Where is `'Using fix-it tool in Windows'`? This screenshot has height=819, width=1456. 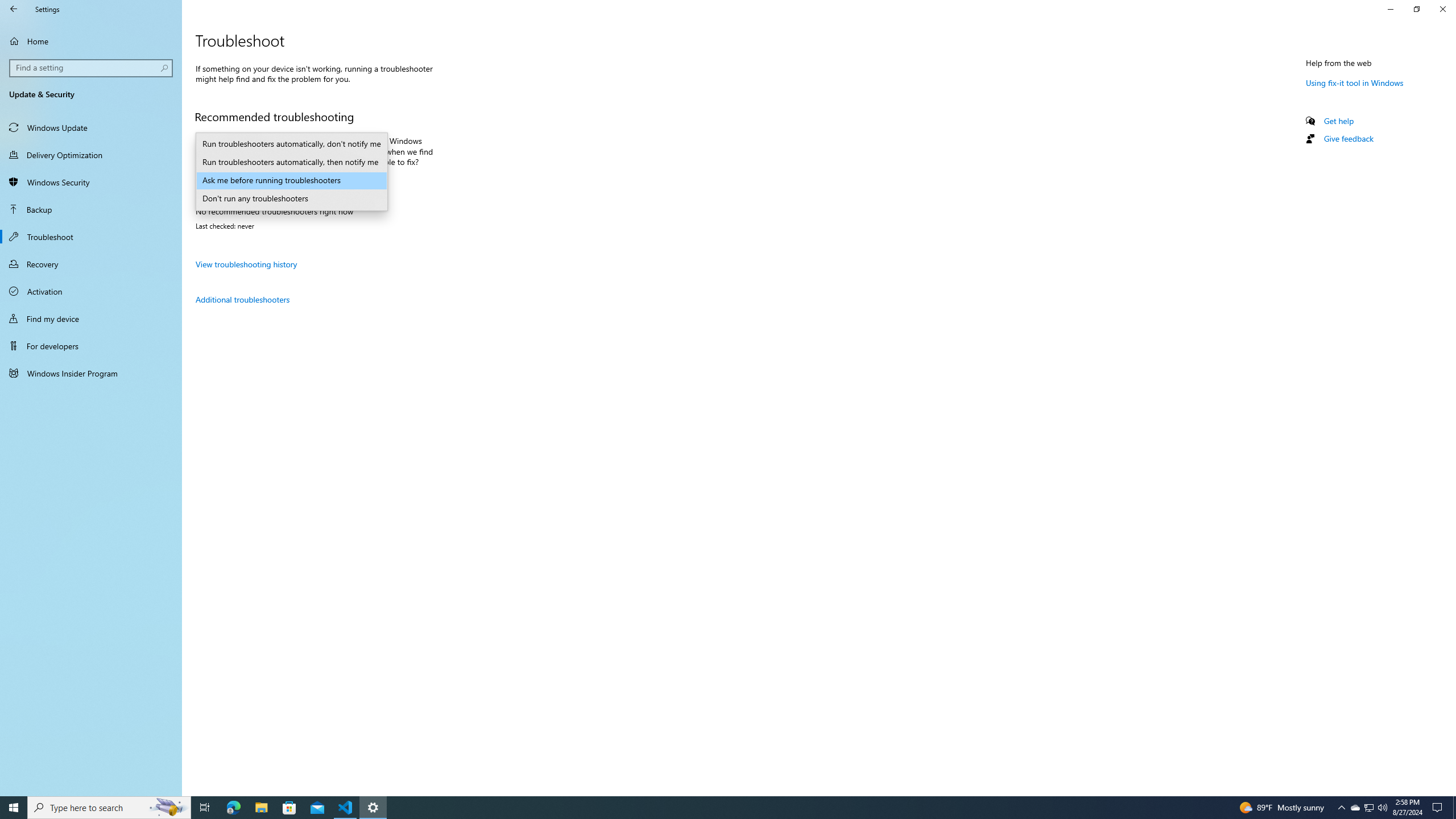 'Using fix-it tool in Windows' is located at coordinates (1354, 82).